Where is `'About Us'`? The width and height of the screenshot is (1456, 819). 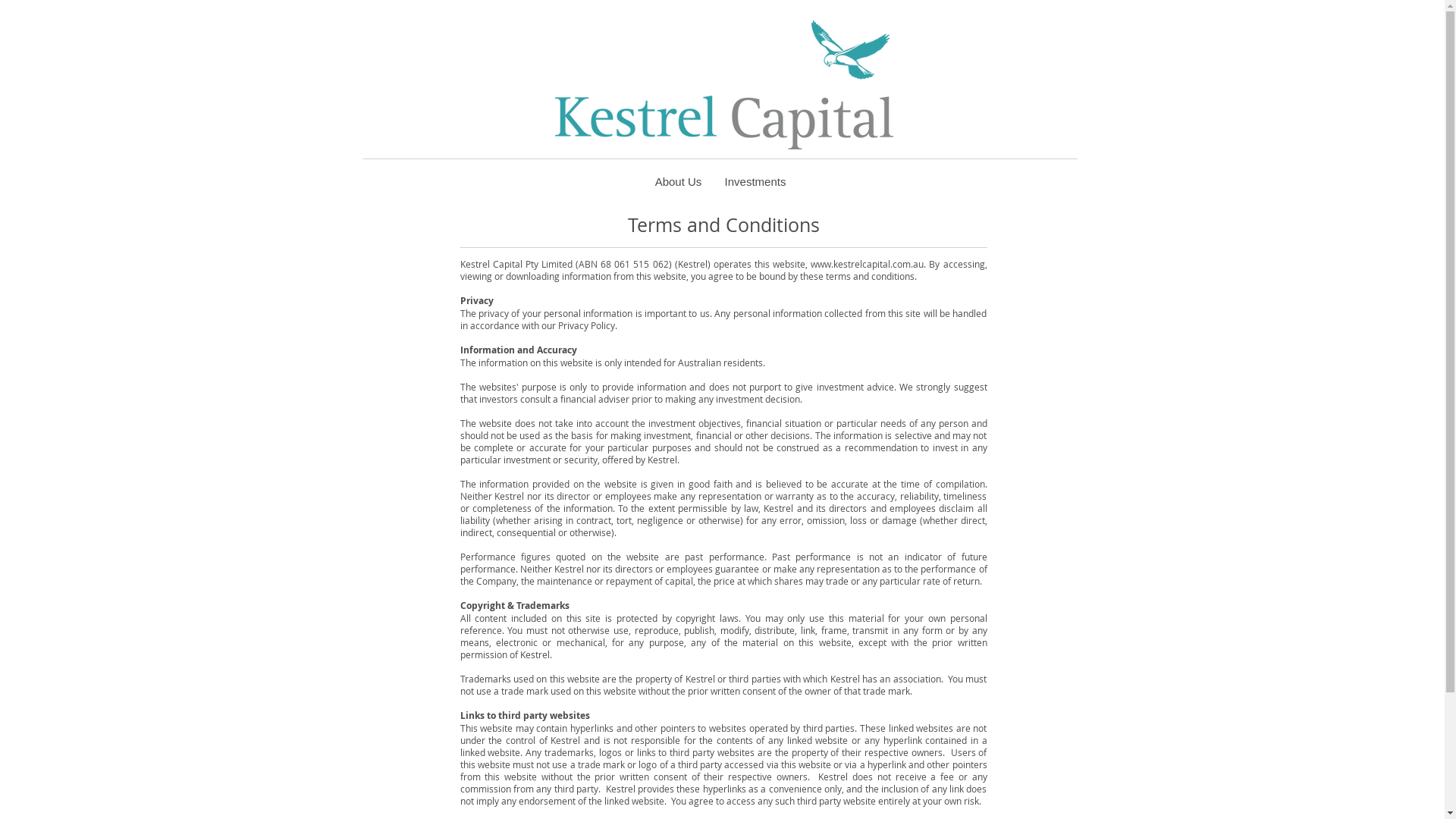 'About Us' is located at coordinates (676, 180).